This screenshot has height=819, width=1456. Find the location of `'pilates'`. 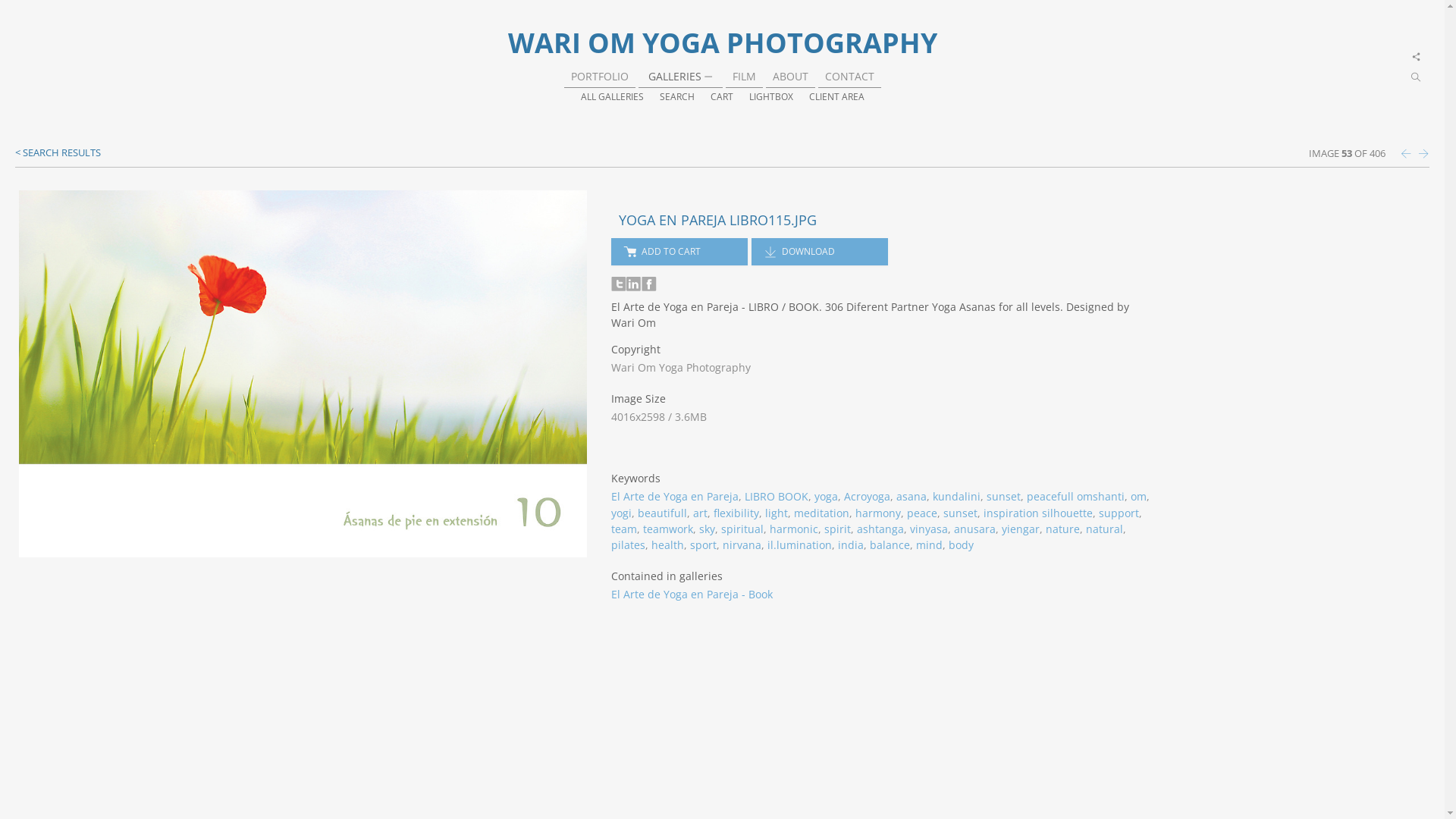

'pilates' is located at coordinates (628, 544).